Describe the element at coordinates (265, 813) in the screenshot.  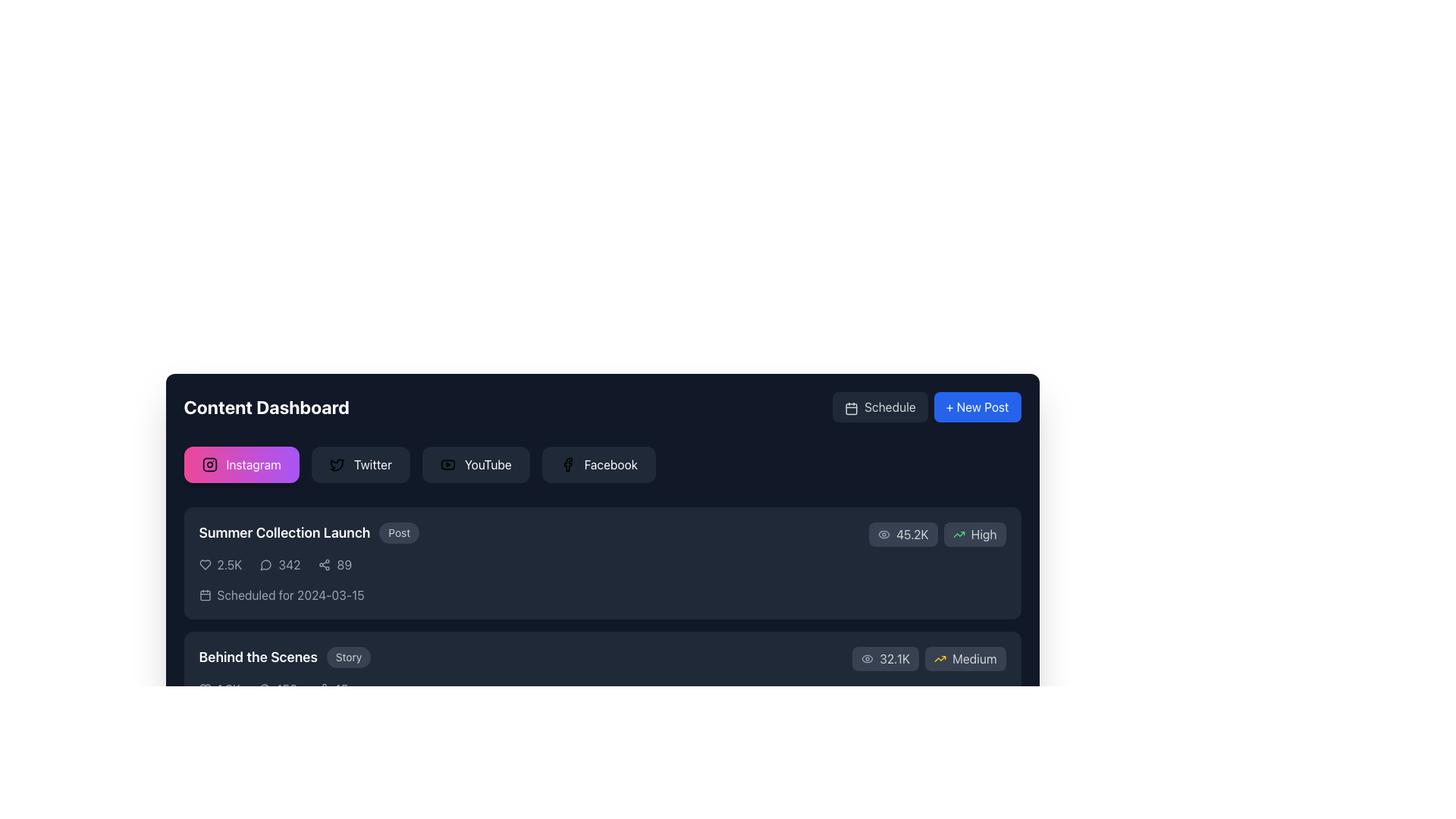
I see `the comment icon located at the bottom-center of the display in the comment section of the post titled 'Summer Collection Launch'` at that location.